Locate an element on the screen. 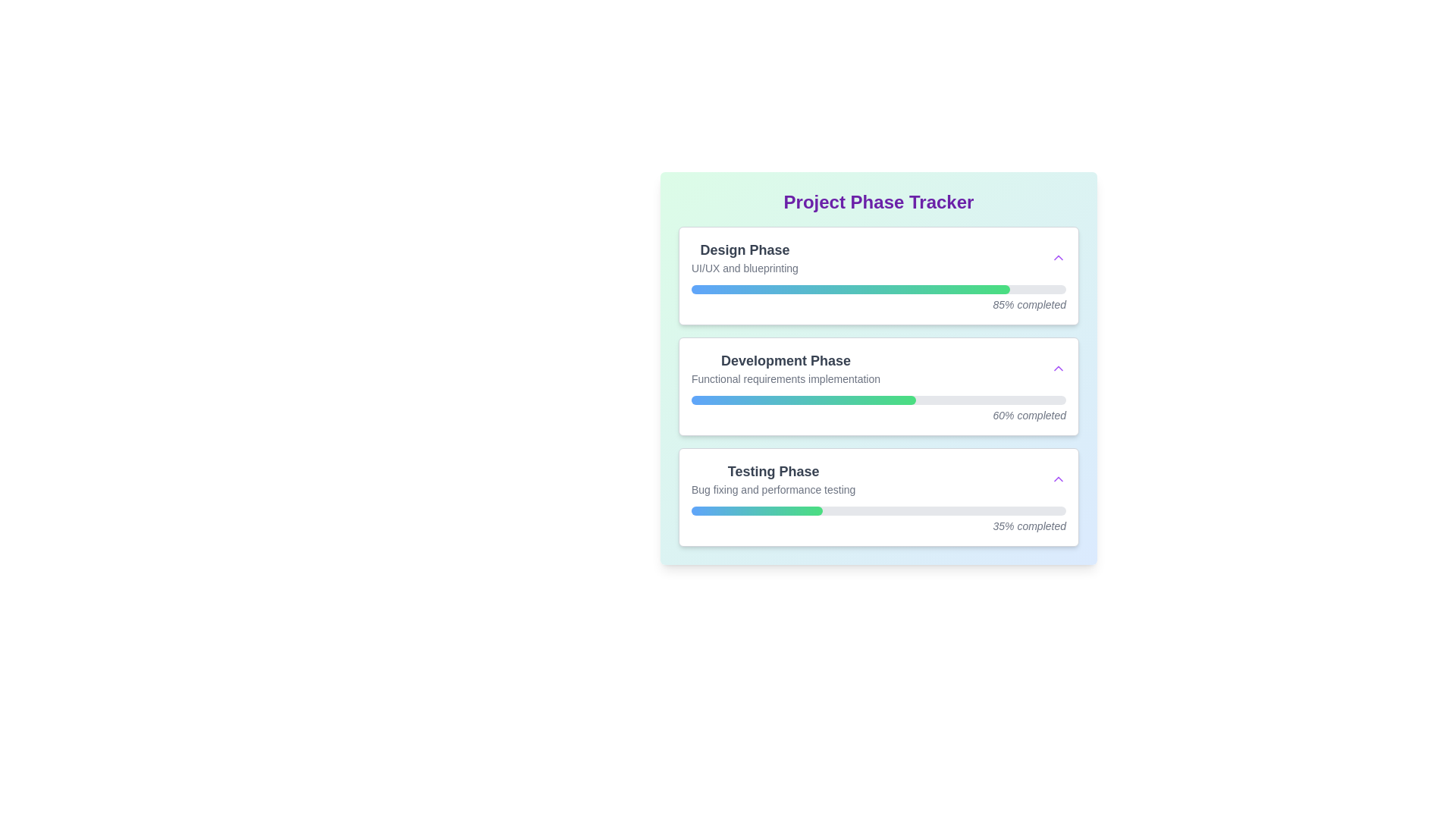 The height and width of the screenshot is (819, 1456). the progress bar of the second project phase indicator in the 'Project Phase Tracker' is located at coordinates (878, 385).